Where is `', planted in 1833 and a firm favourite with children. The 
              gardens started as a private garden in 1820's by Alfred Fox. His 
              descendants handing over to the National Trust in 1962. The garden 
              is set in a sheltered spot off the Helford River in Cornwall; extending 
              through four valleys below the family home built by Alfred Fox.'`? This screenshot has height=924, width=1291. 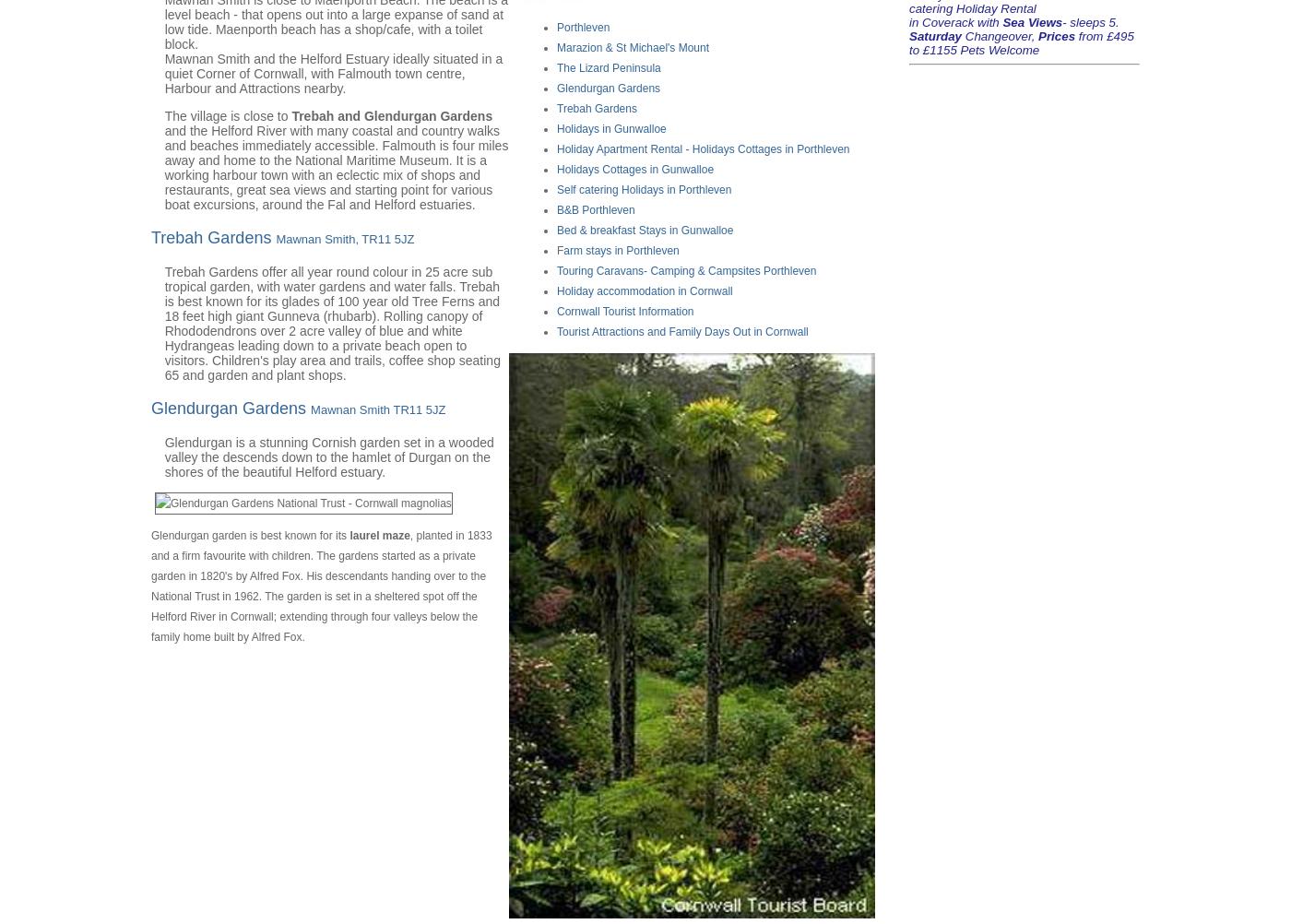 ', planted in 1833 and a firm favourite with children. The 
              gardens started as a private garden in 1820's by Alfred Fox. His 
              descendants handing over to the National Trust in 1962. The garden 
              is set in a sheltered spot off the Helford River in Cornwall; extending 
              through four valleys below the family home built by Alfred Fox.' is located at coordinates (321, 584).